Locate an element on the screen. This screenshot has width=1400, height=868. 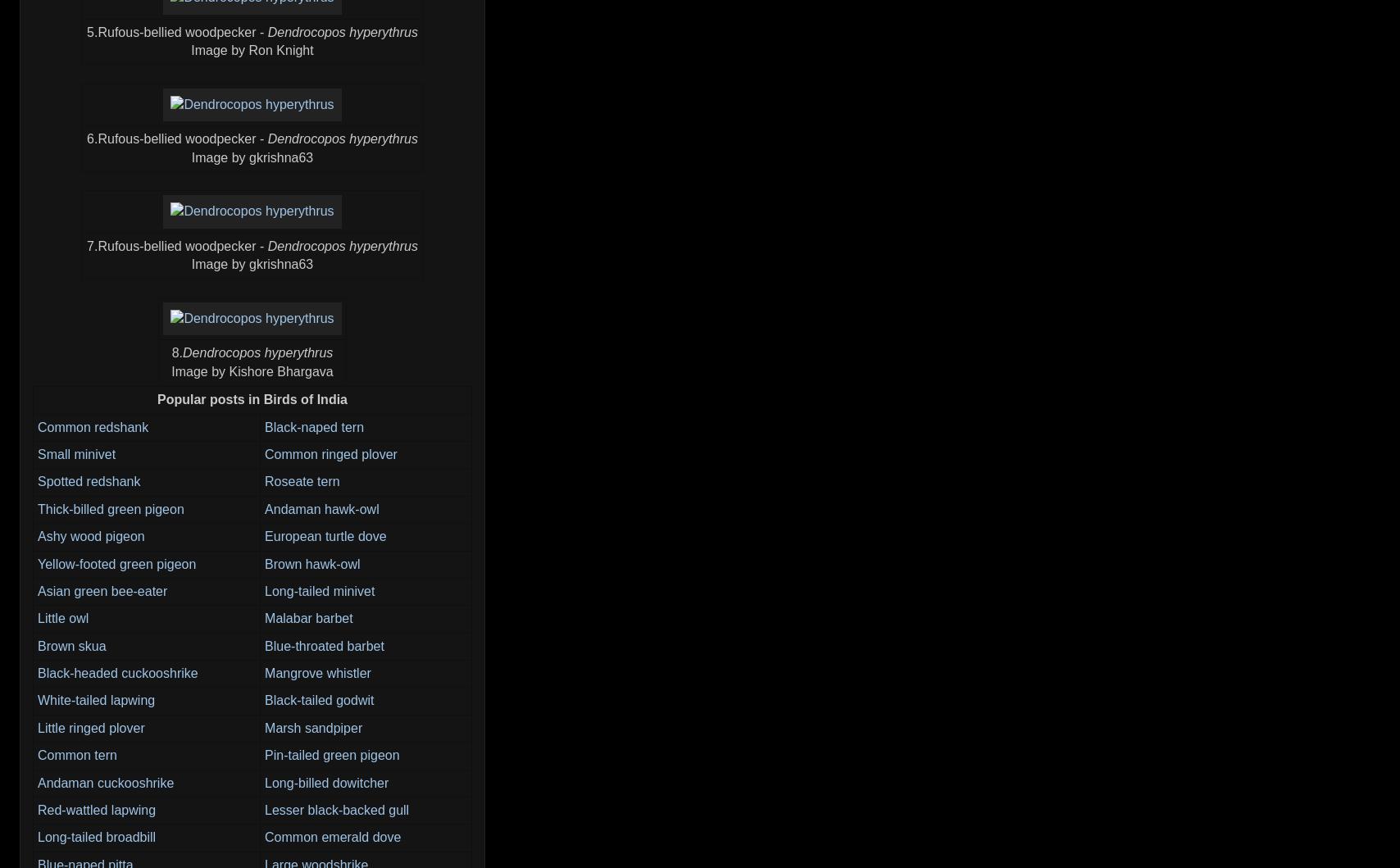
'Ashy wood pigeon' is located at coordinates (91, 536).